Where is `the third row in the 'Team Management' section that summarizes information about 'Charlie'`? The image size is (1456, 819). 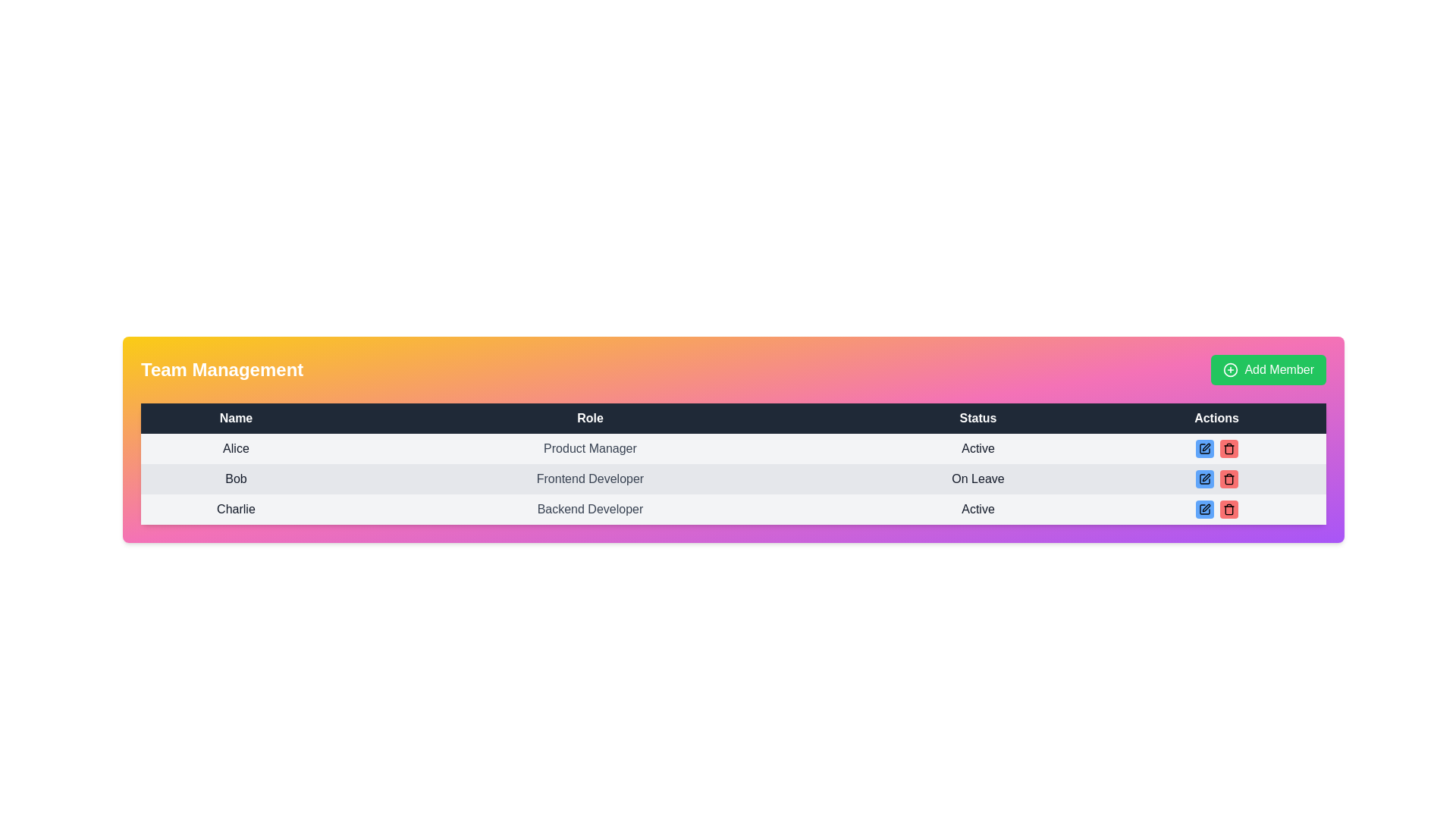
the third row in the 'Team Management' section that summarizes information about 'Charlie' is located at coordinates (733, 509).